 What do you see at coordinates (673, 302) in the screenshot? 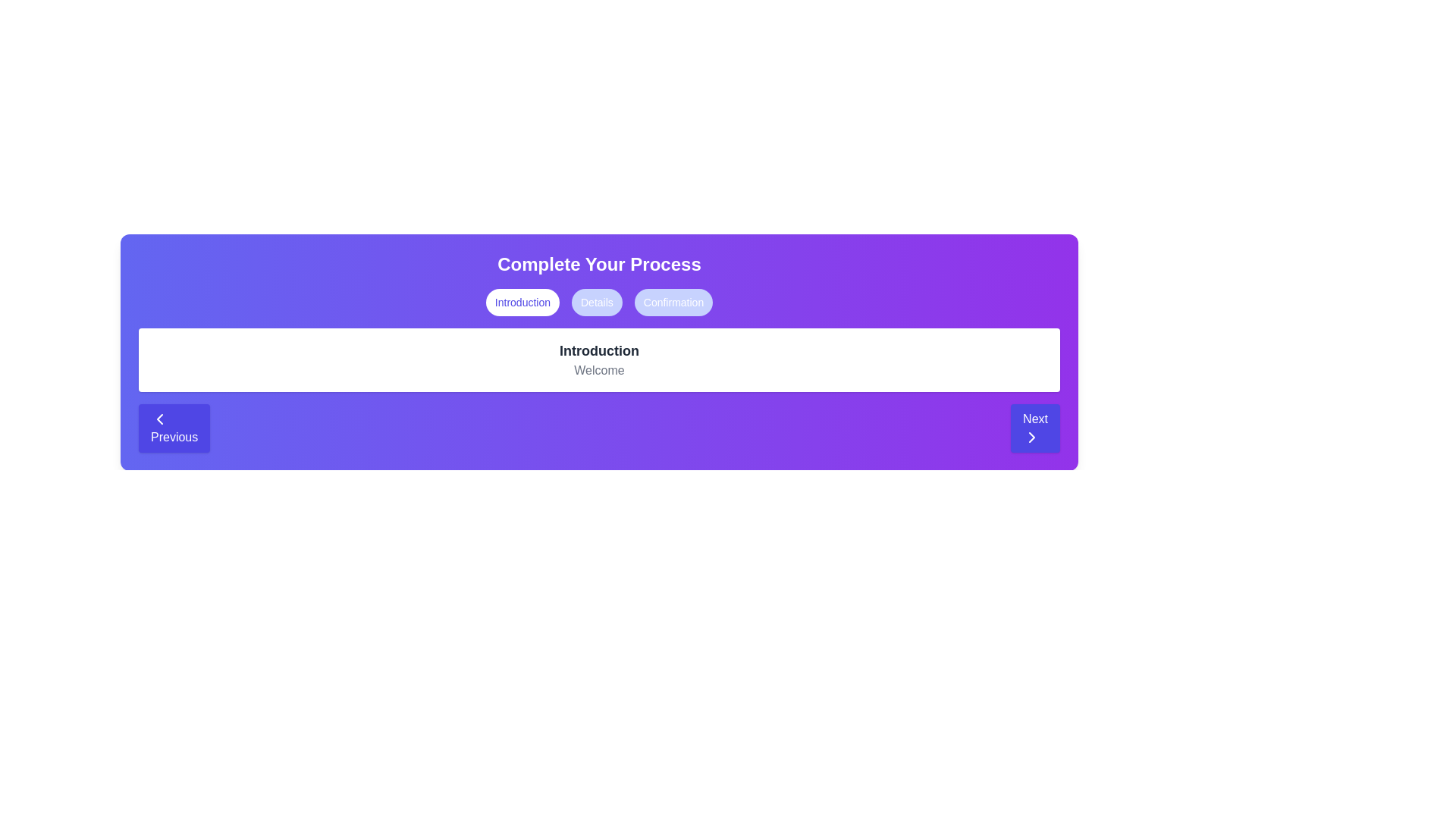
I see `the 'Confirmation' button, which is a pill-shaped button with a light indigo background and white text, located on the center-right of the purple gradient header panel` at bounding box center [673, 302].